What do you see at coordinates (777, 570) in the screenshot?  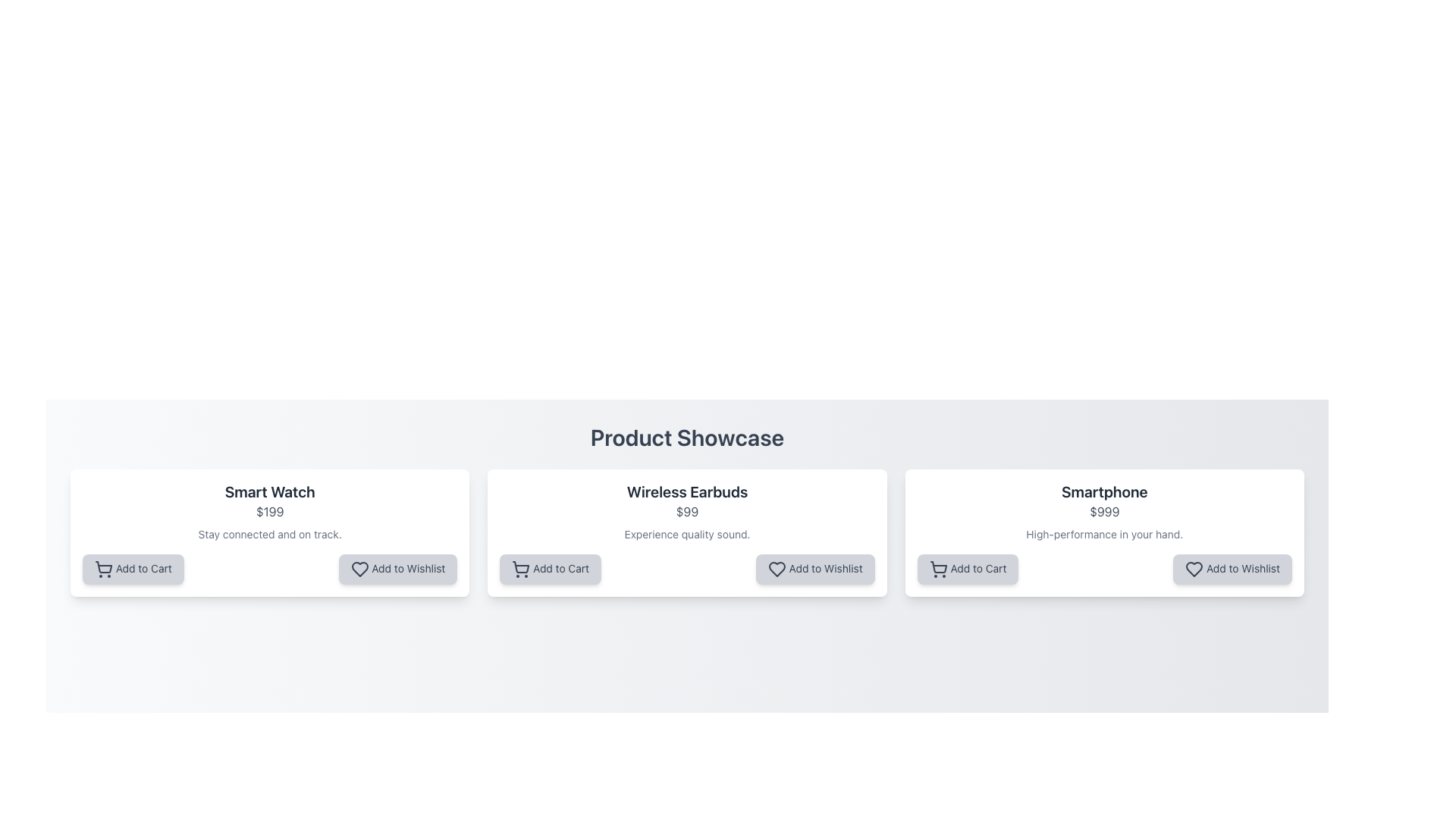 I see `the heart-shaped 'Wishlist' icon within the 'Add to Wishlist' button on the 'Wireless Earbuds' product card` at bounding box center [777, 570].